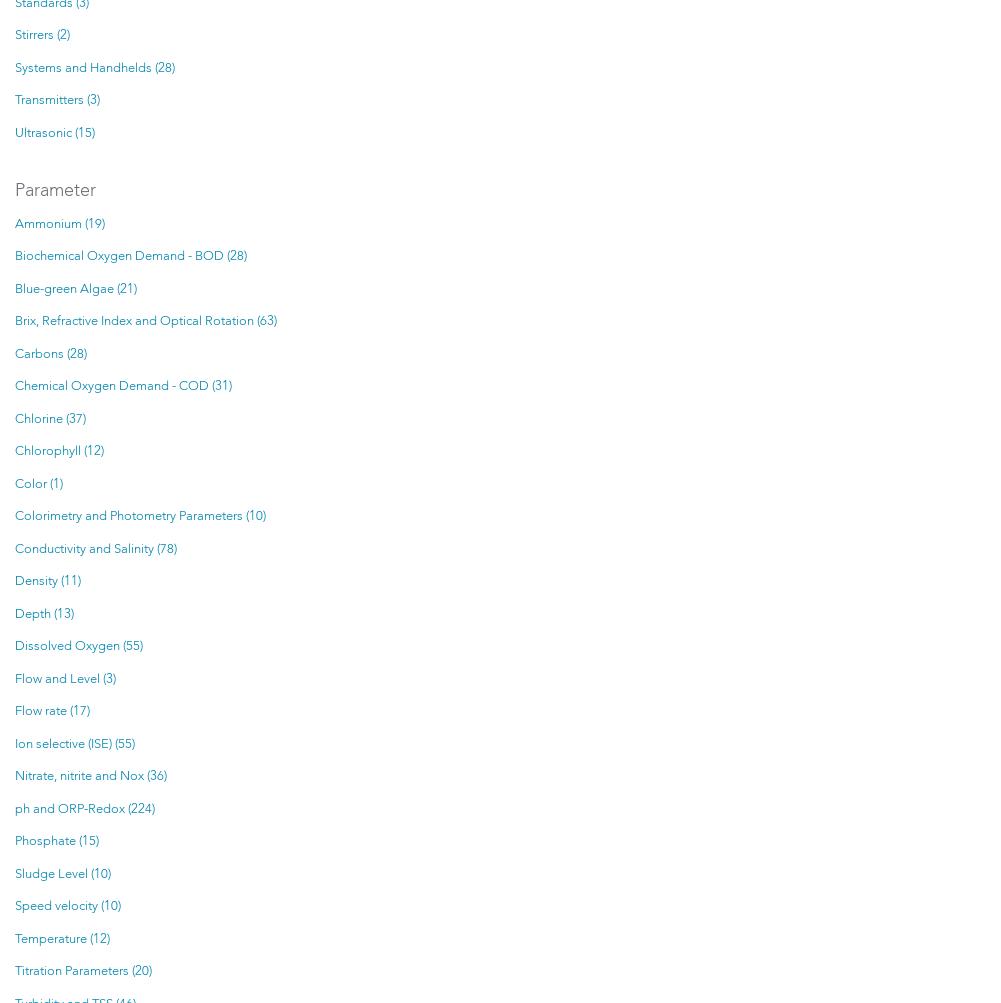  Describe the element at coordinates (77, 646) in the screenshot. I see `'Dissolved Oxygen (55)'` at that location.